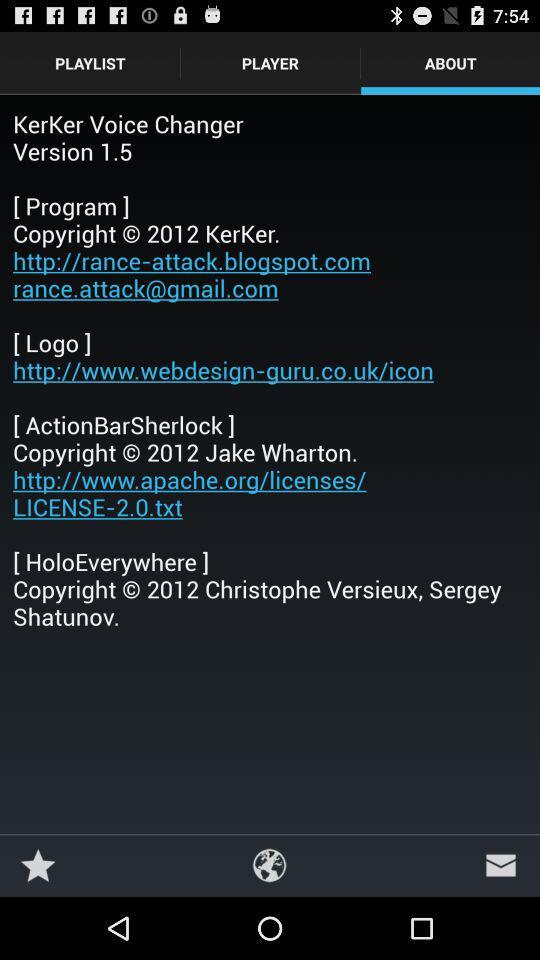  Describe the element at coordinates (270, 368) in the screenshot. I see `the kerker voice changer` at that location.